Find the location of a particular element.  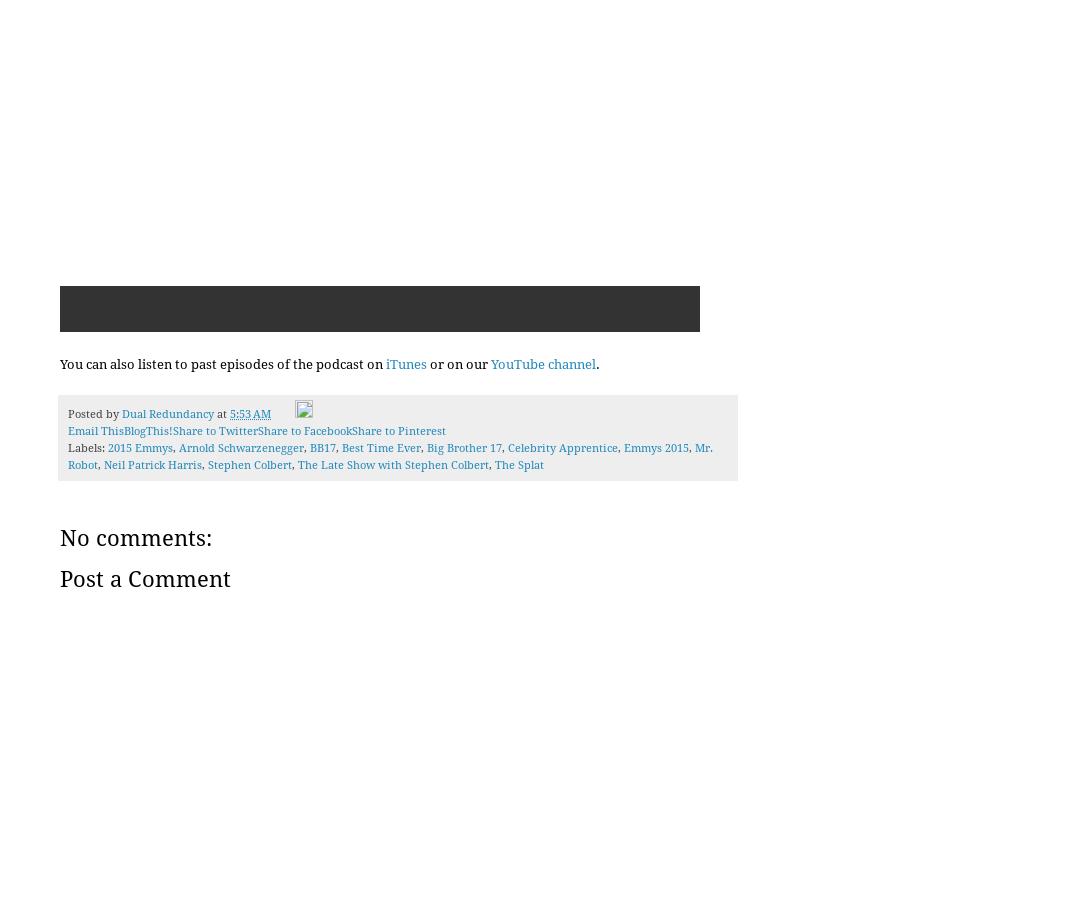

'BB17' is located at coordinates (323, 447).